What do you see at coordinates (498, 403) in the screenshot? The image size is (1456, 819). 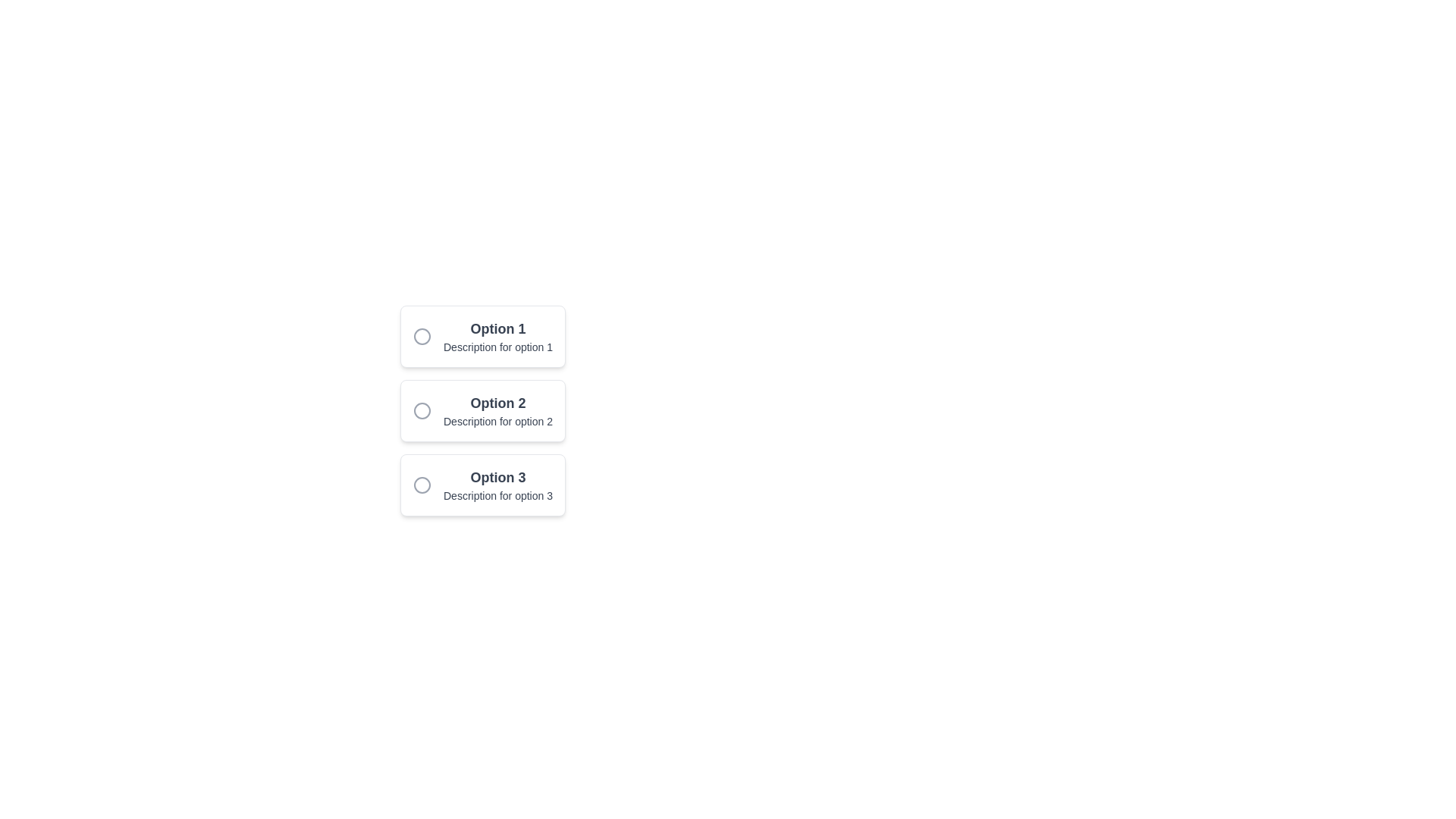 I see `label 'Option 2' which is the primary title for the second option in the vertical stack, visually distinguished by its bold and larger font` at bounding box center [498, 403].